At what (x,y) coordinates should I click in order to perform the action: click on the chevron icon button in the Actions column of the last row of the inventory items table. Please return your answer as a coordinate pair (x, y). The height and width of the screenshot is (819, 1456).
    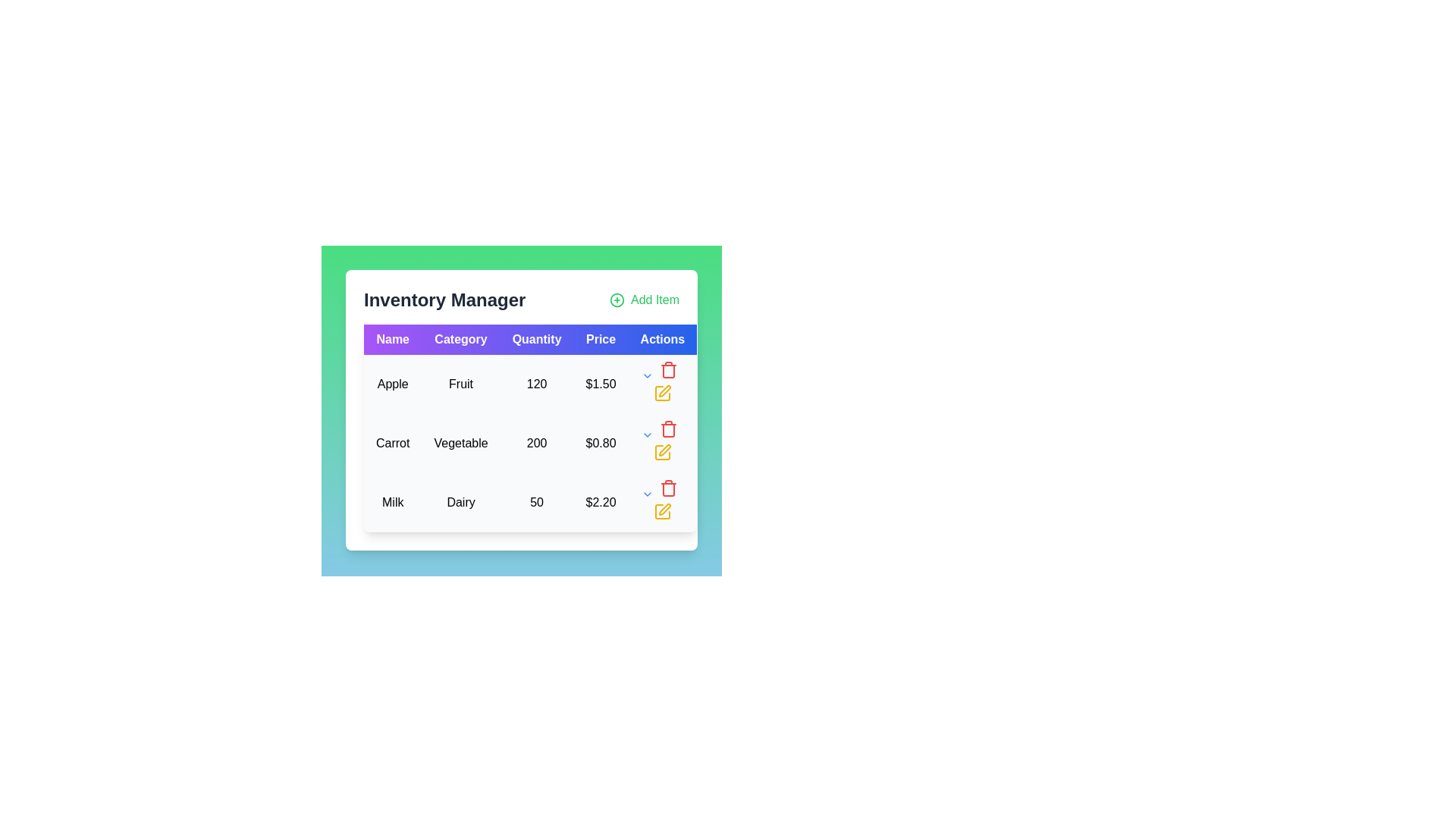
    Looking at the image, I should click on (647, 494).